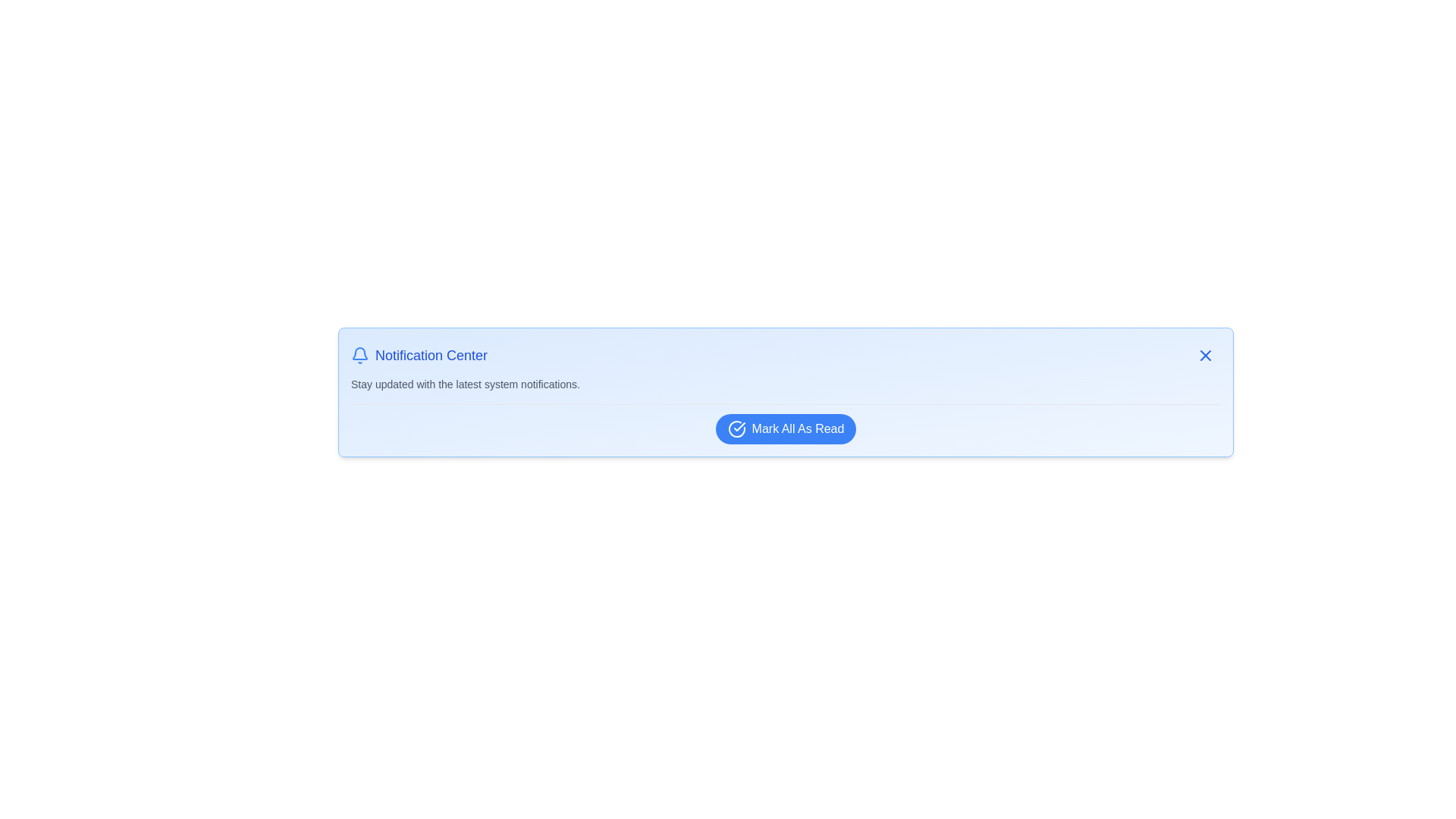 This screenshot has width=1456, height=819. I want to click on the close button located at the top-right corner of the notification card, so click(1204, 356).